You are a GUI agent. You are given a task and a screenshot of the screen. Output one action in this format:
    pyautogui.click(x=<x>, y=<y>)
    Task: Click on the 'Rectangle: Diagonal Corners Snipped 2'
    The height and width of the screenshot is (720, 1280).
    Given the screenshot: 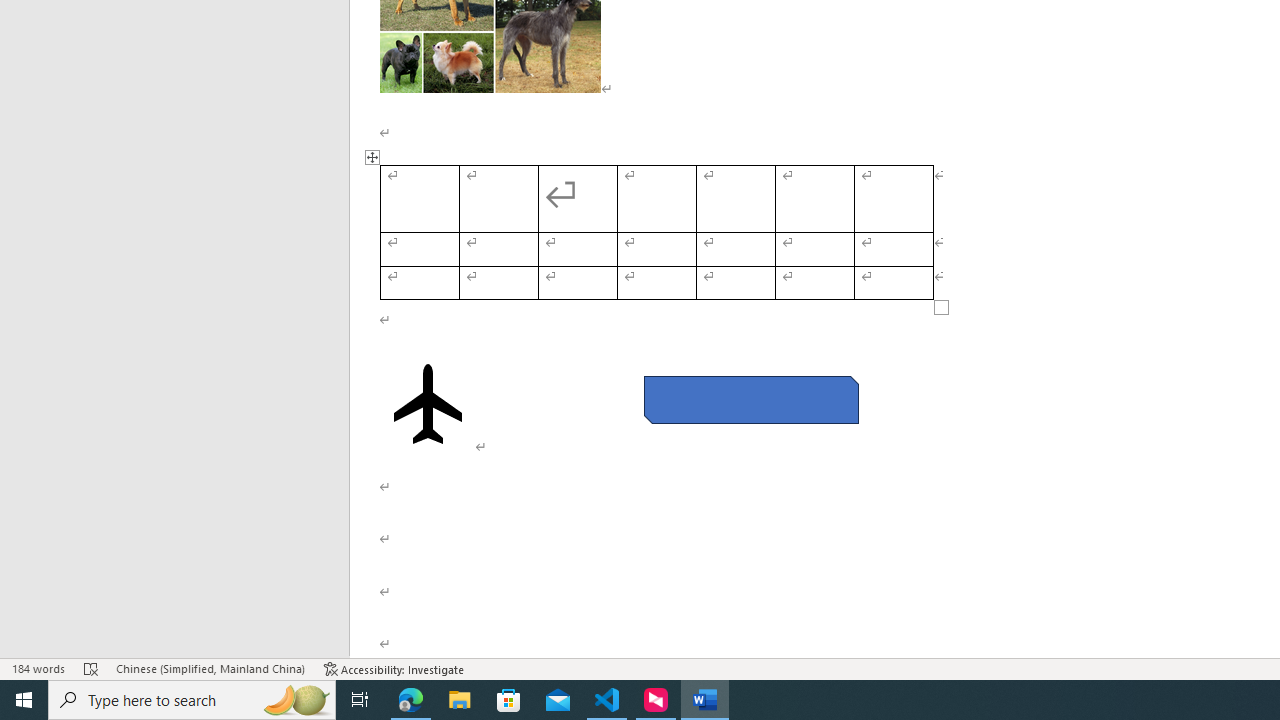 What is the action you would take?
    pyautogui.click(x=750, y=399)
    